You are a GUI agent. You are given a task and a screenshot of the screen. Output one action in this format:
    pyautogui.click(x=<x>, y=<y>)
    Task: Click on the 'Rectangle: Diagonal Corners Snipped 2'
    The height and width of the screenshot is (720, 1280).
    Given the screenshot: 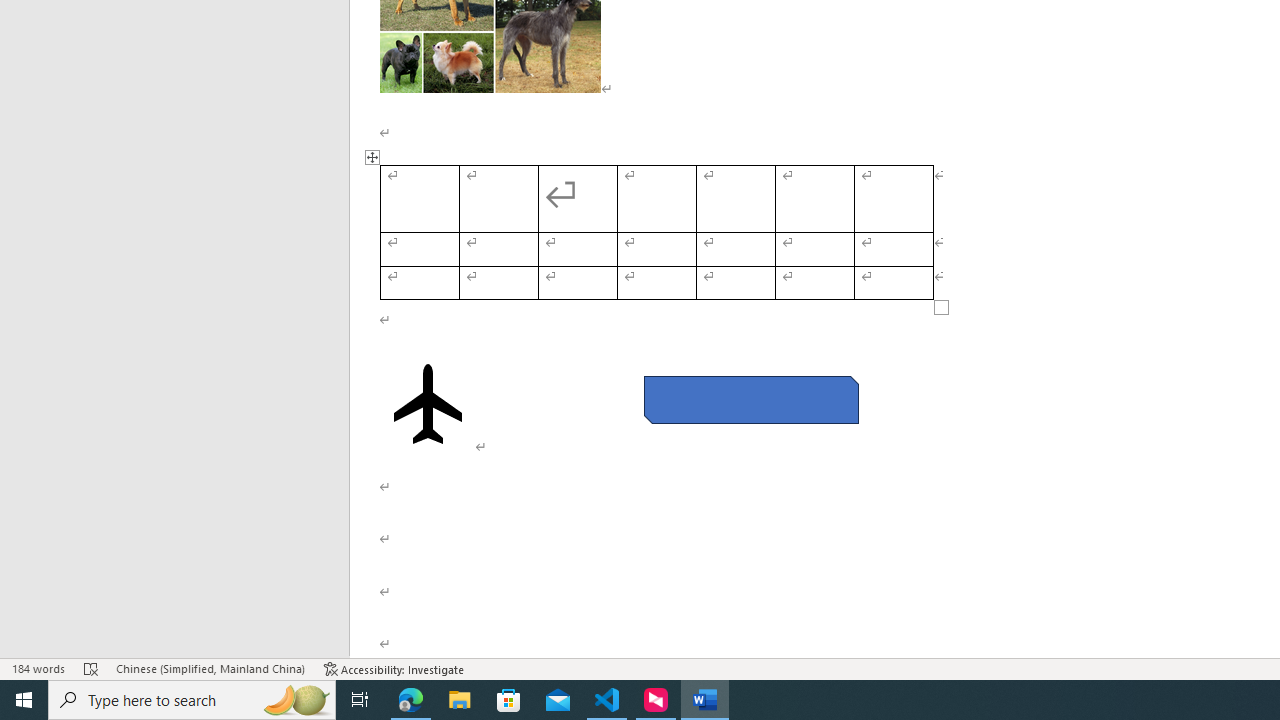 What is the action you would take?
    pyautogui.click(x=750, y=399)
    